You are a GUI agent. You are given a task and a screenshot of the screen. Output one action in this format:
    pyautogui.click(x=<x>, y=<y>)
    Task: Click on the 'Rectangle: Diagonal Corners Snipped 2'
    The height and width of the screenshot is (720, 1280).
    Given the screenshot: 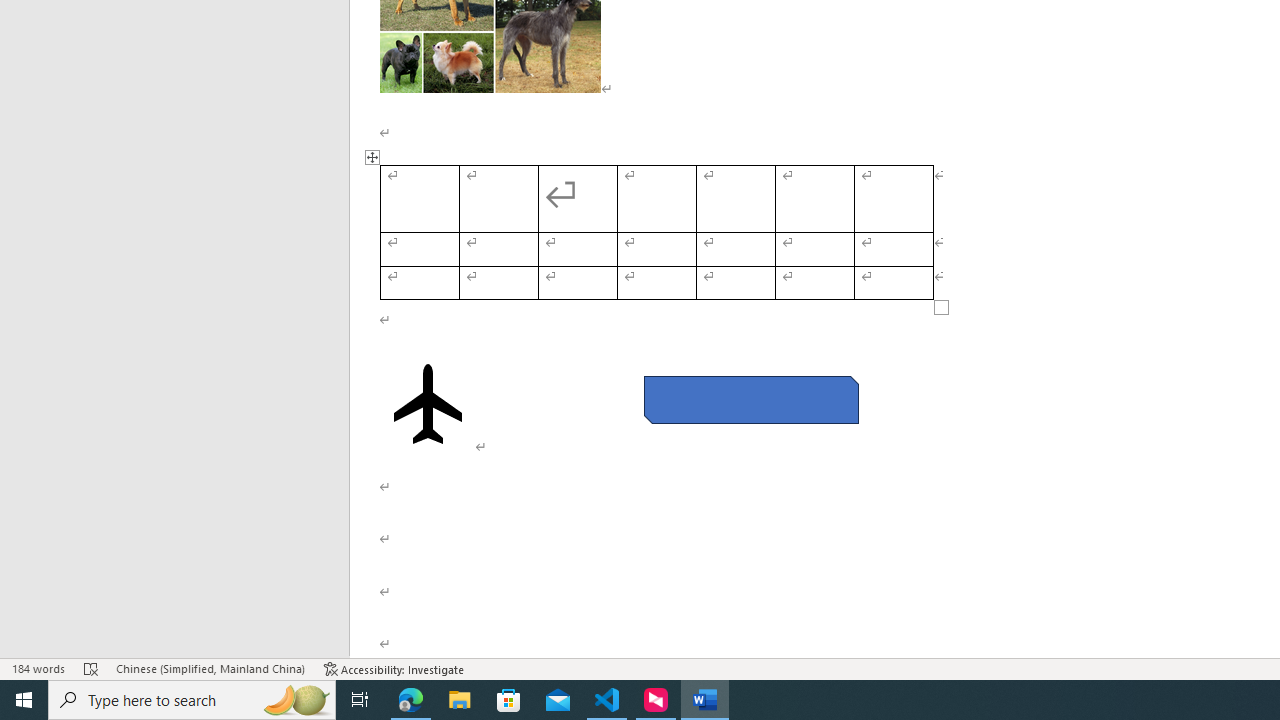 What is the action you would take?
    pyautogui.click(x=750, y=399)
    